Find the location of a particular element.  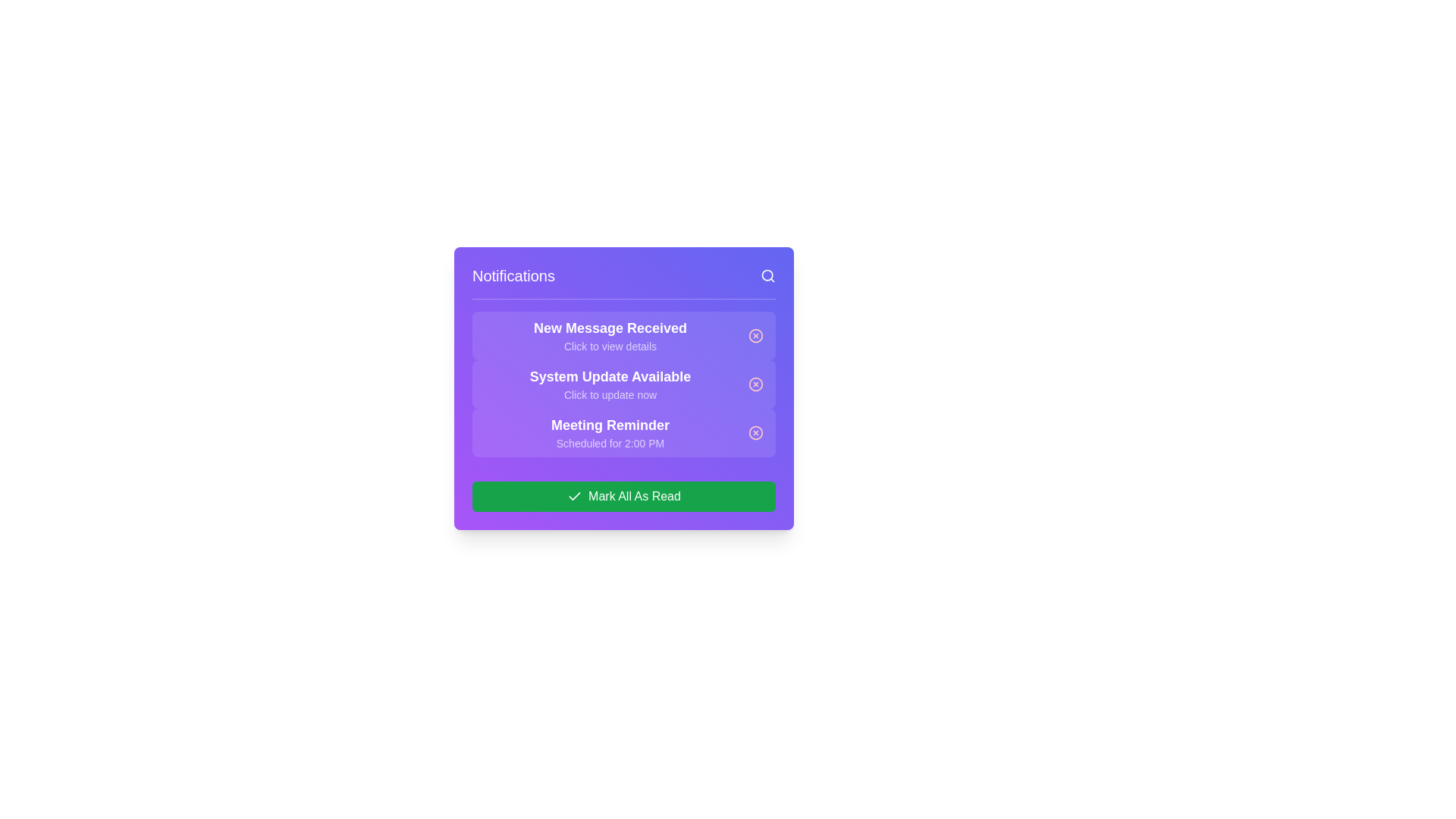

the circular graphical element within the icon located at the far-right side of the first notification item titled 'New Message Received.' is located at coordinates (756, 335).